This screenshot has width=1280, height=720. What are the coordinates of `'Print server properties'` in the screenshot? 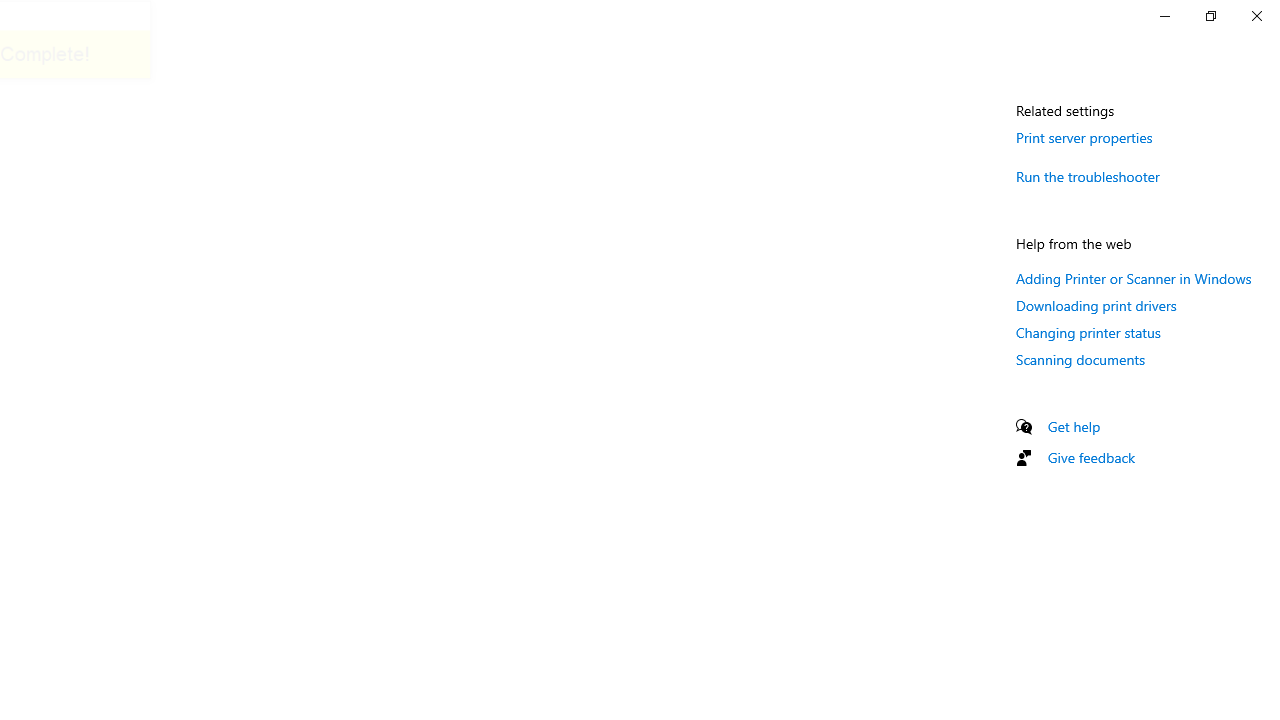 It's located at (1083, 136).